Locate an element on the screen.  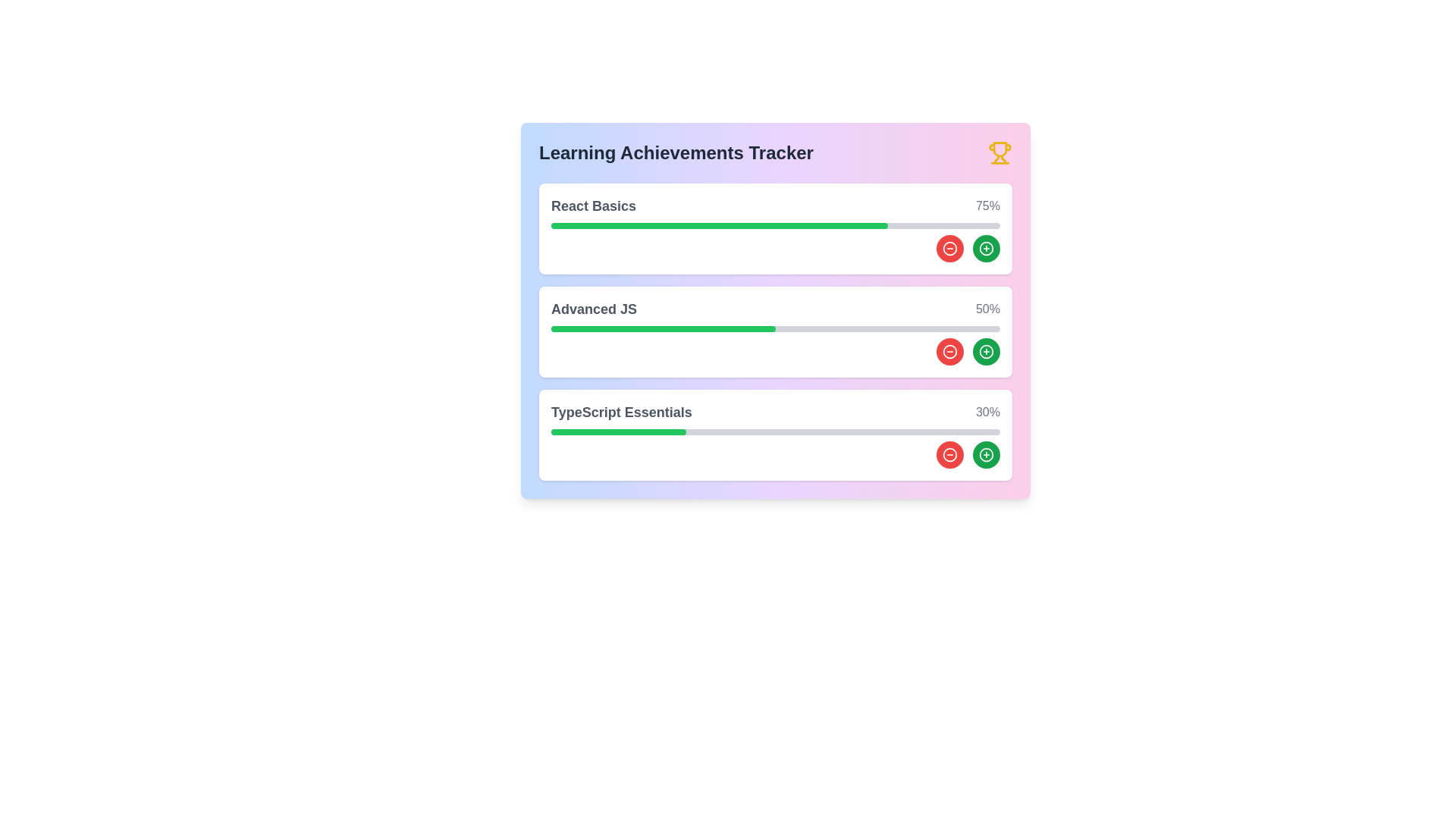
the red minus icon button located in the middle of the second row labeled 'Advanced JS' for accessibility purposes is located at coordinates (949, 351).